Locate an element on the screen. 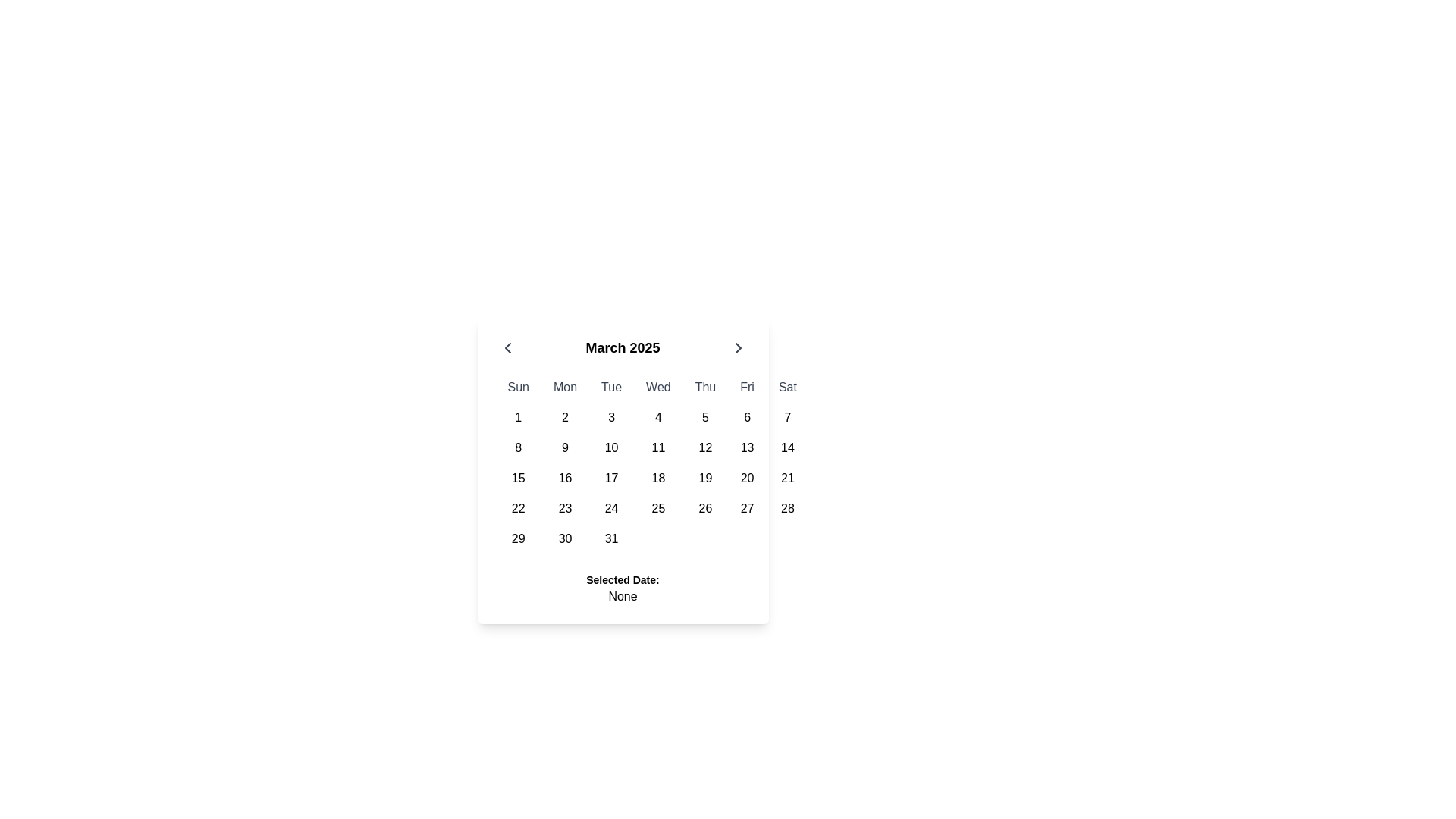 This screenshot has height=819, width=1456. the right-pointing arrow icon located adjacent to the title 'March 2025' in the calendar interface is located at coordinates (738, 348).